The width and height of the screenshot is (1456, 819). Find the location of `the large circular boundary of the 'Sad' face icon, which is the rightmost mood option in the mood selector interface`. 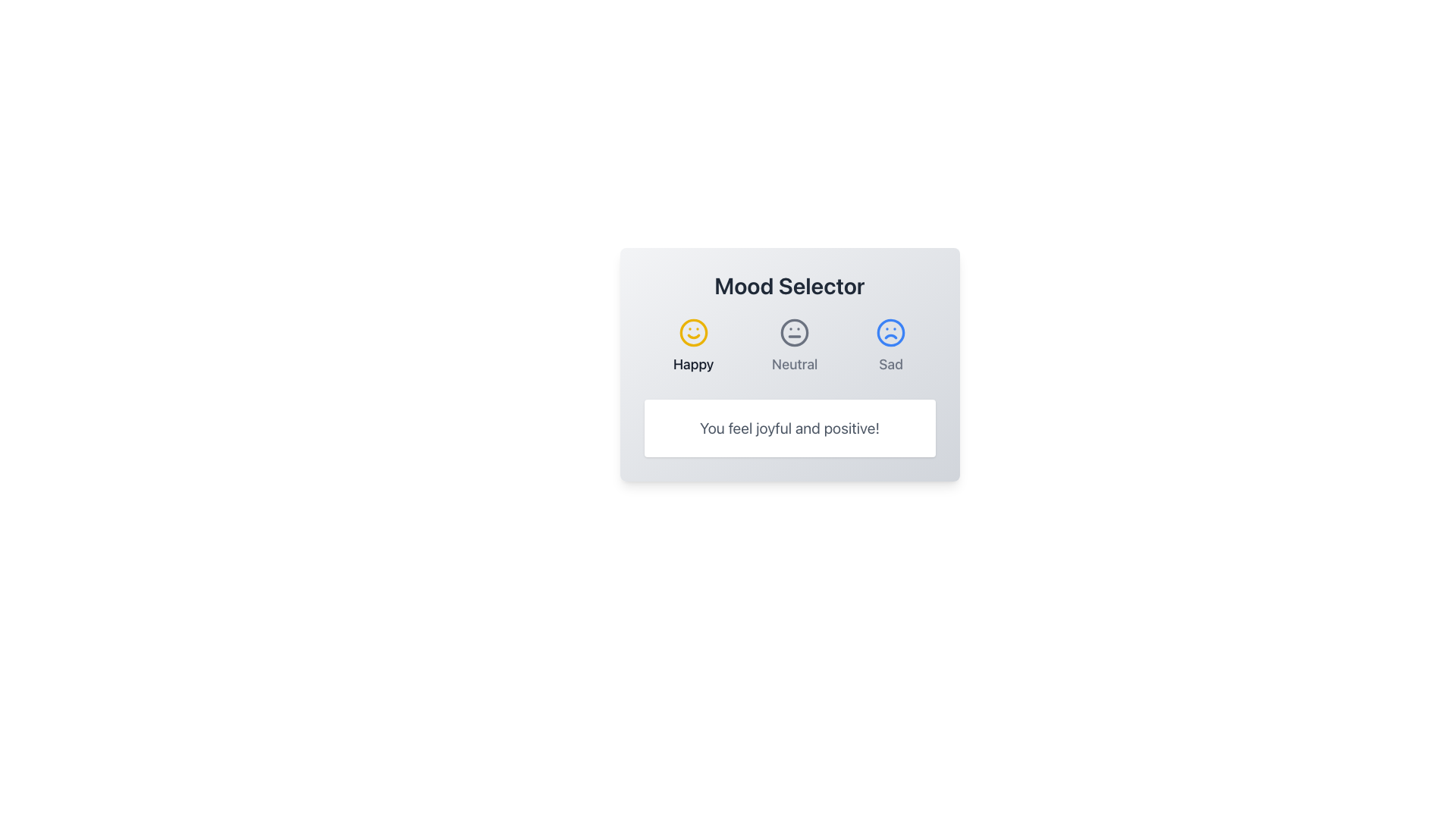

the large circular boundary of the 'Sad' face icon, which is the rightmost mood option in the mood selector interface is located at coordinates (891, 332).